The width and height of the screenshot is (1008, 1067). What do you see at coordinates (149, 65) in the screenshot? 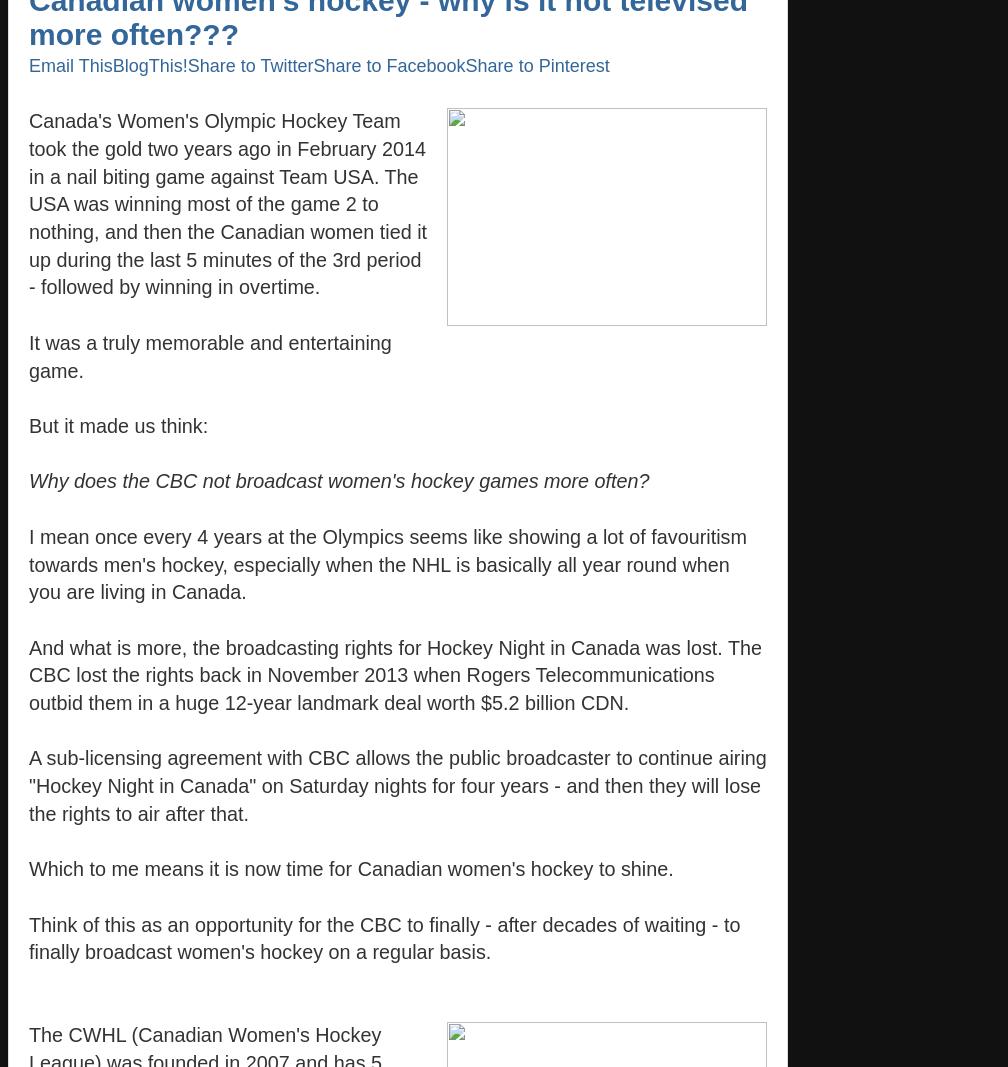
I see `'BlogThis!'` at bounding box center [149, 65].